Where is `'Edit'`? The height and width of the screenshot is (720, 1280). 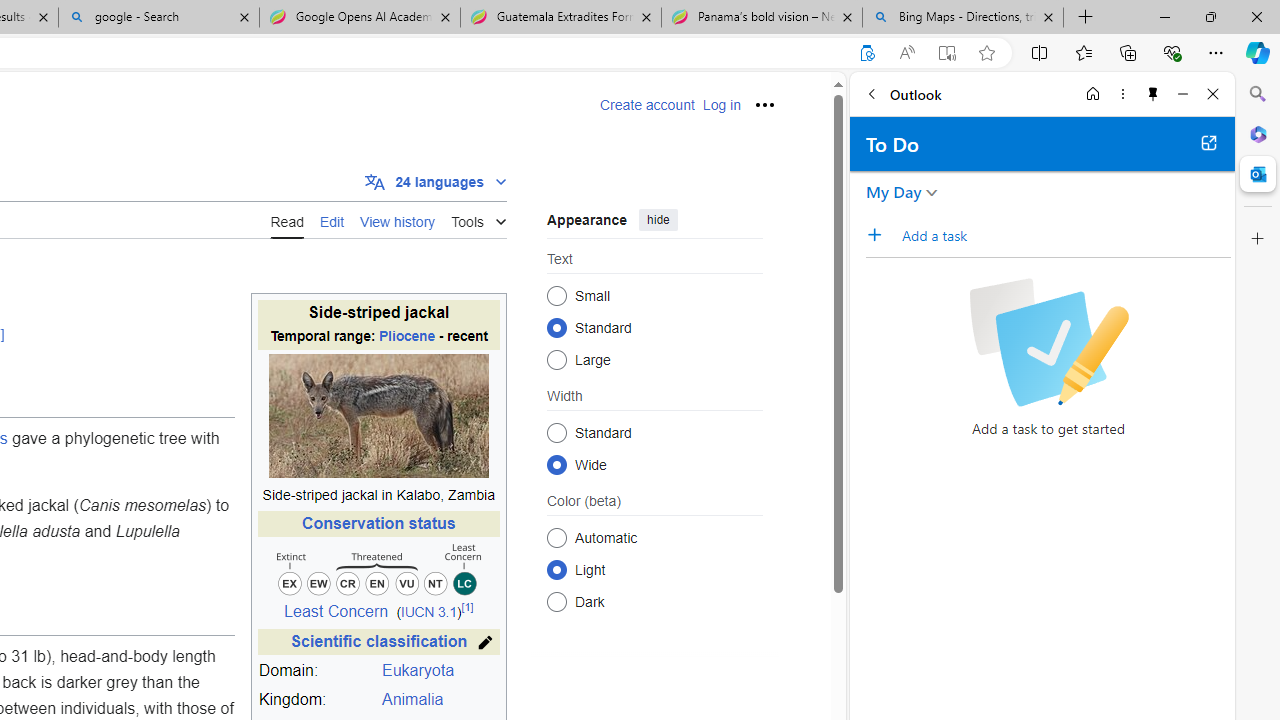
'Edit' is located at coordinates (332, 219).